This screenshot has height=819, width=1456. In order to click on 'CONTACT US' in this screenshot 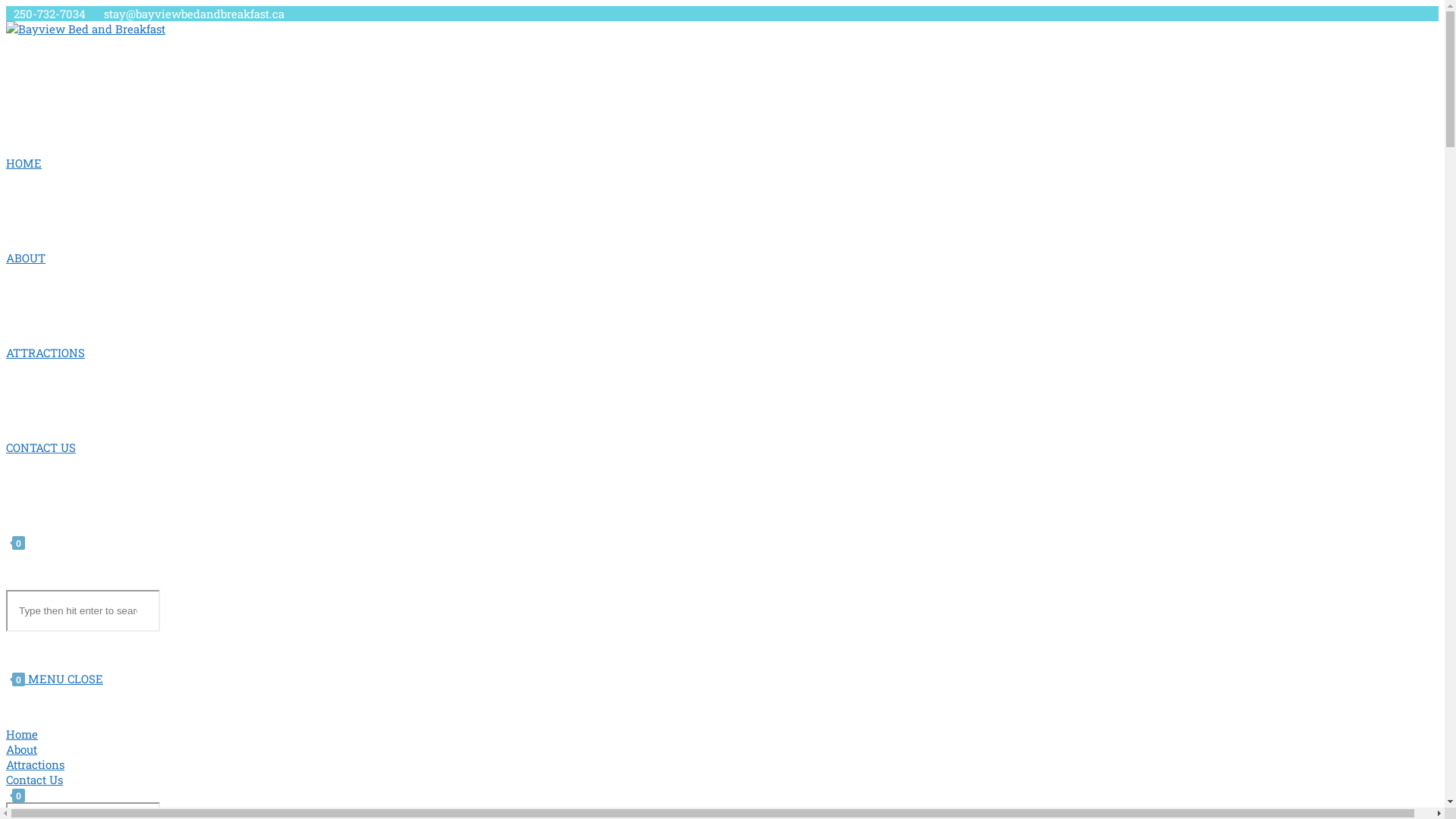, I will do `click(40, 447)`.